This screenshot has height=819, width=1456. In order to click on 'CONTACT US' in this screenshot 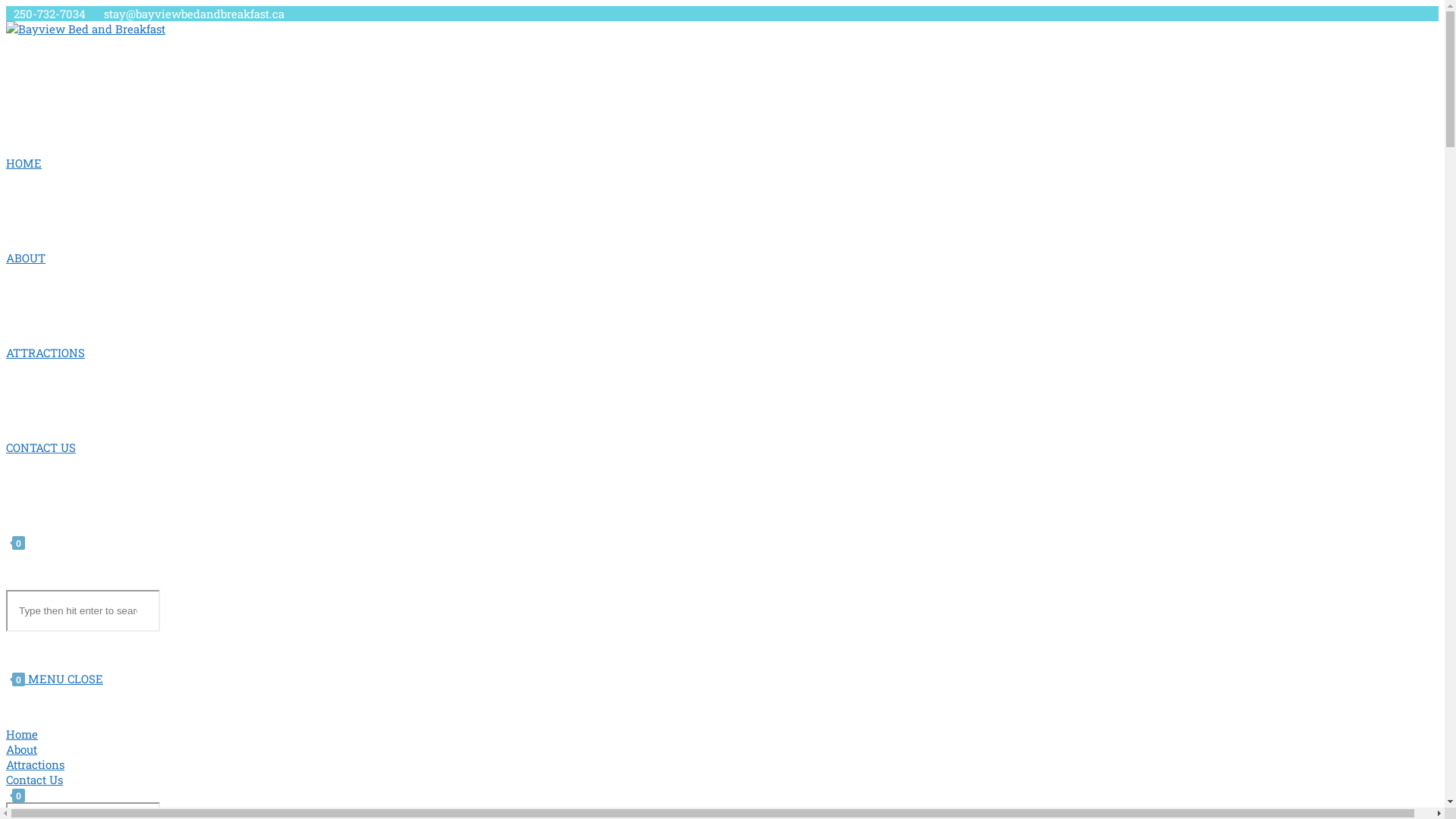, I will do `click(40, 447)`.